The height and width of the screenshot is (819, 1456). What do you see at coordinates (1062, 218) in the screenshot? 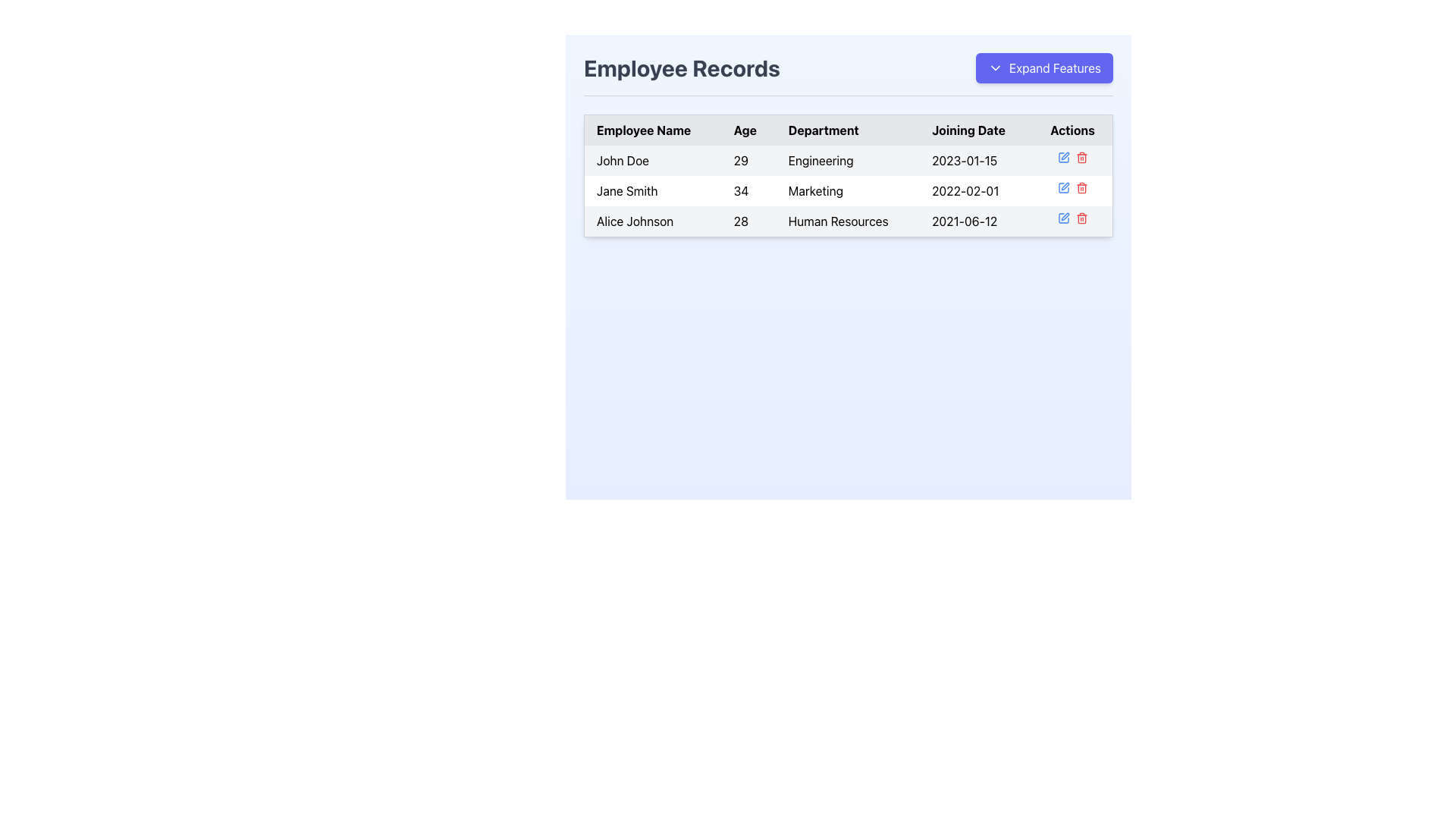
I see `the icon in the rightmost column under 'Actions' in the last row of the table corresponding to 'Human Resources'` at bounding box center [1062, 218].